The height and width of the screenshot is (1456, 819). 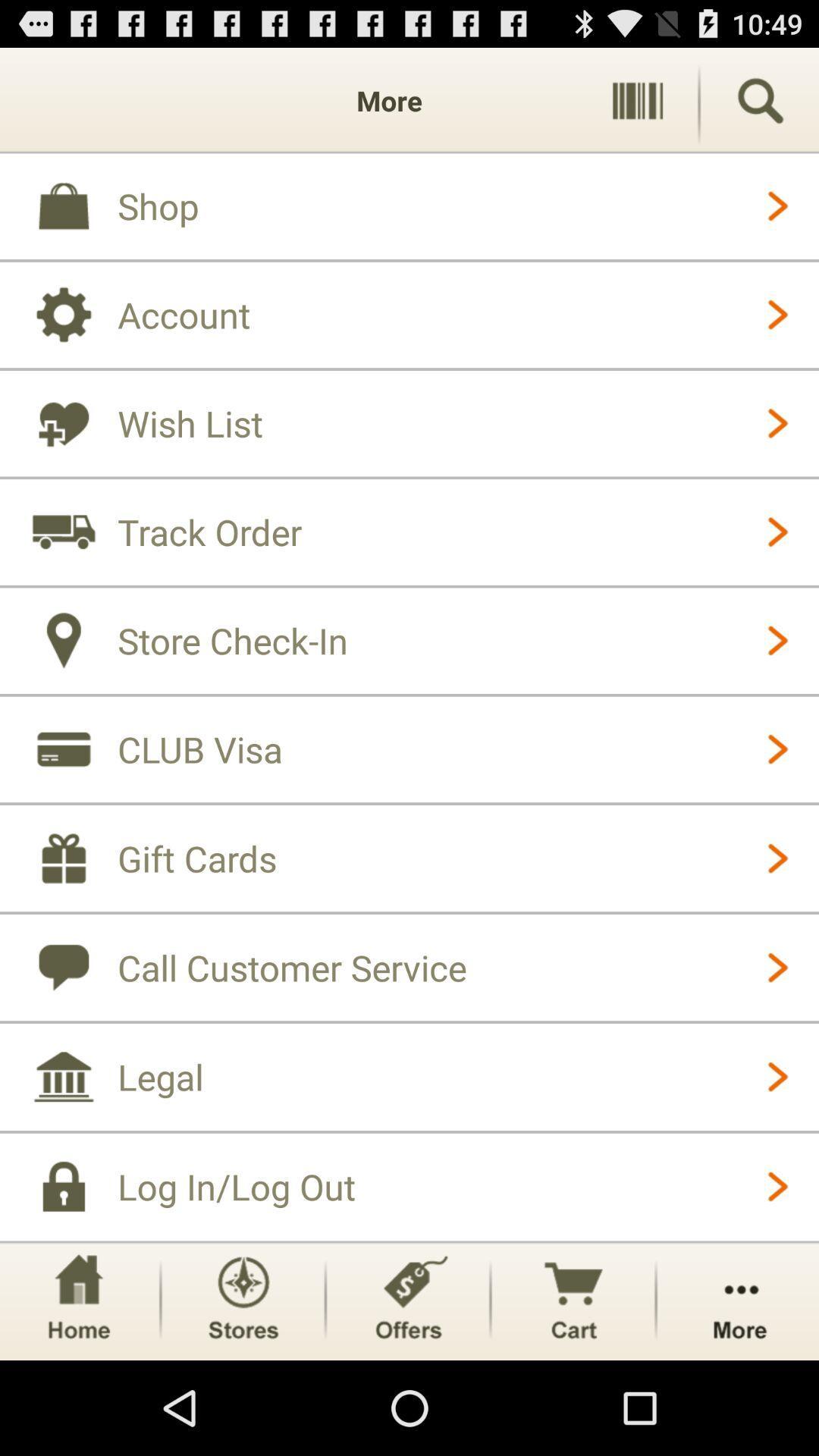 I want to click on the more icon, so click(x=739, y=1392).